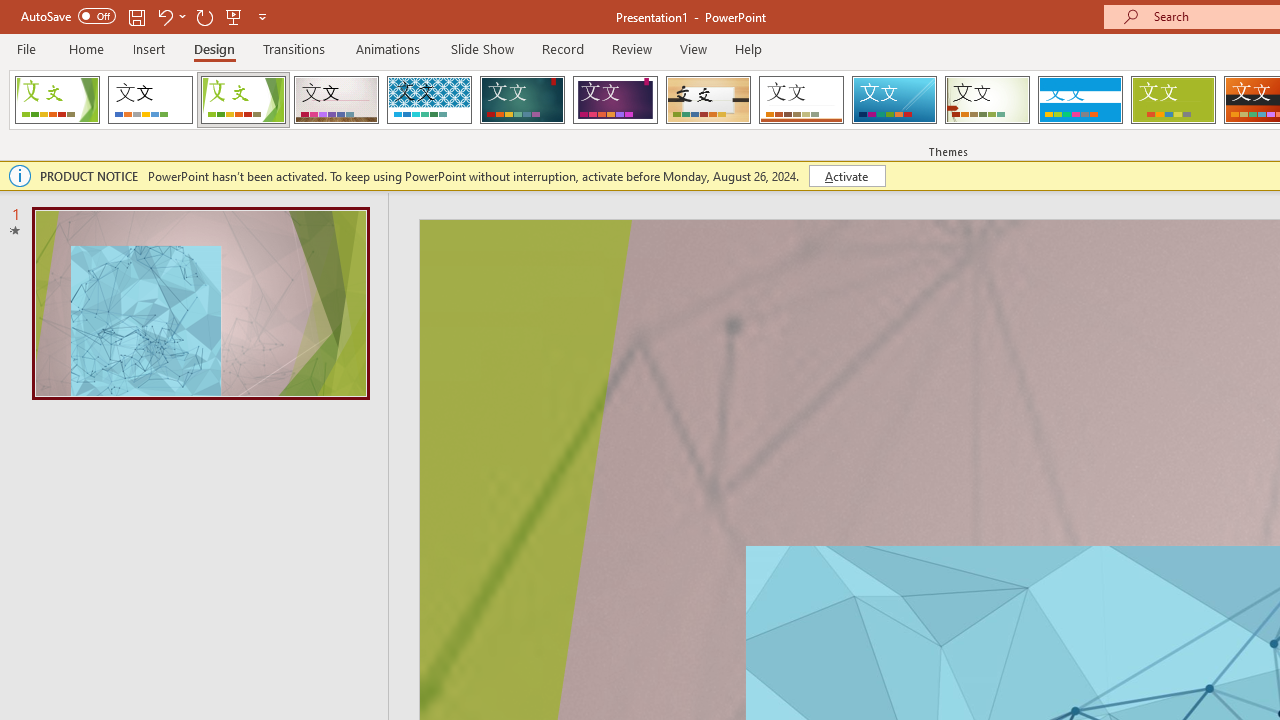 The width and height of the screenshot is (1280, 720). Describe the element at coordinates (428, 100) in the screenshot. I see `'Integral'` at that location.